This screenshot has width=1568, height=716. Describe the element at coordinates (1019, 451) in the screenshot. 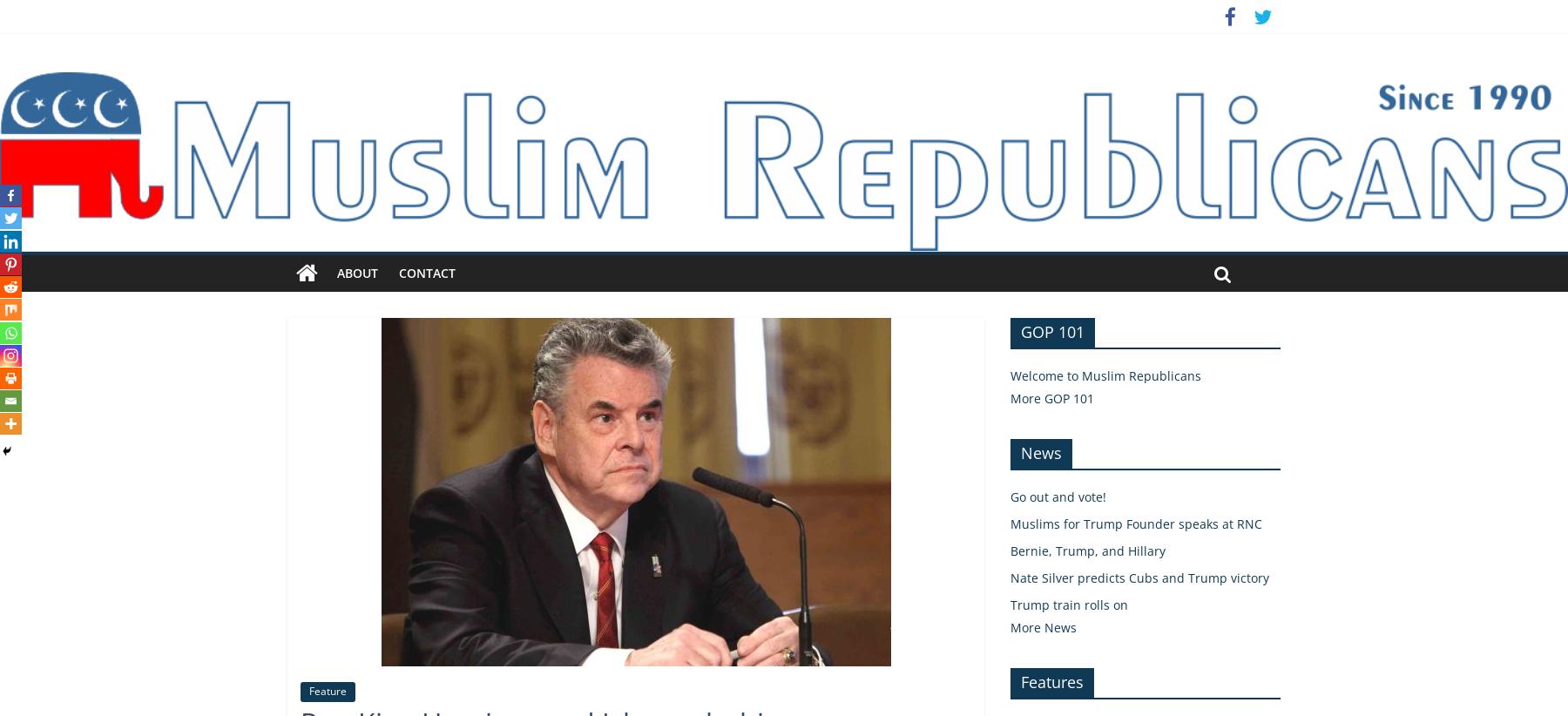

I see `'News'` at that location.